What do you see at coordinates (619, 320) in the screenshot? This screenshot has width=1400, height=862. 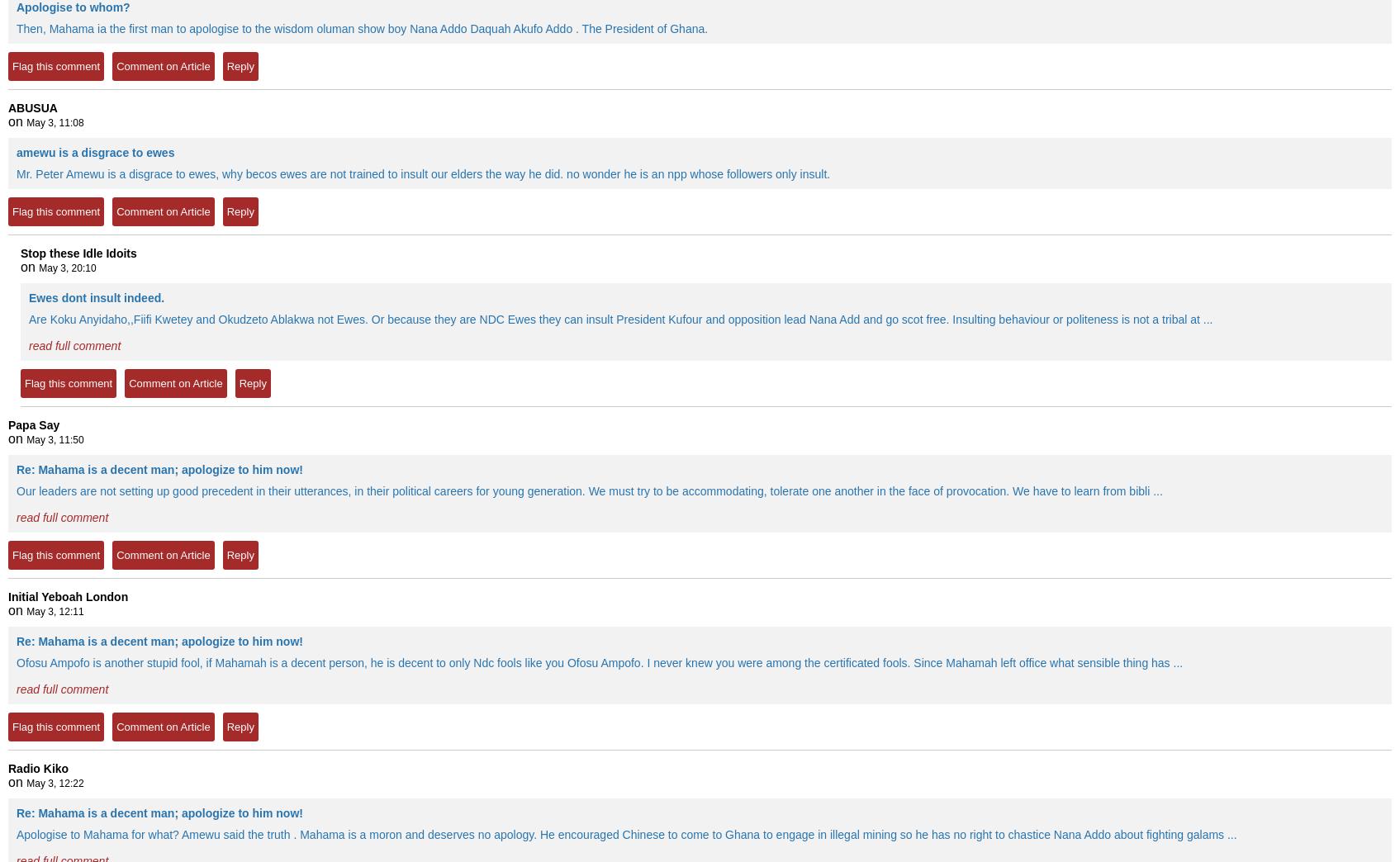 I see `'Are Koku Anyidaho,,Fiifi Kwetey and Okudzeto Ablakwa not Ewes. Or  because they are NDC Ewes they can insult President Kufour and opposition lead Nana Add and go scot free. Insulting behaviour or politeness is not a tribal at ...'` at bounding box center [619, 320].